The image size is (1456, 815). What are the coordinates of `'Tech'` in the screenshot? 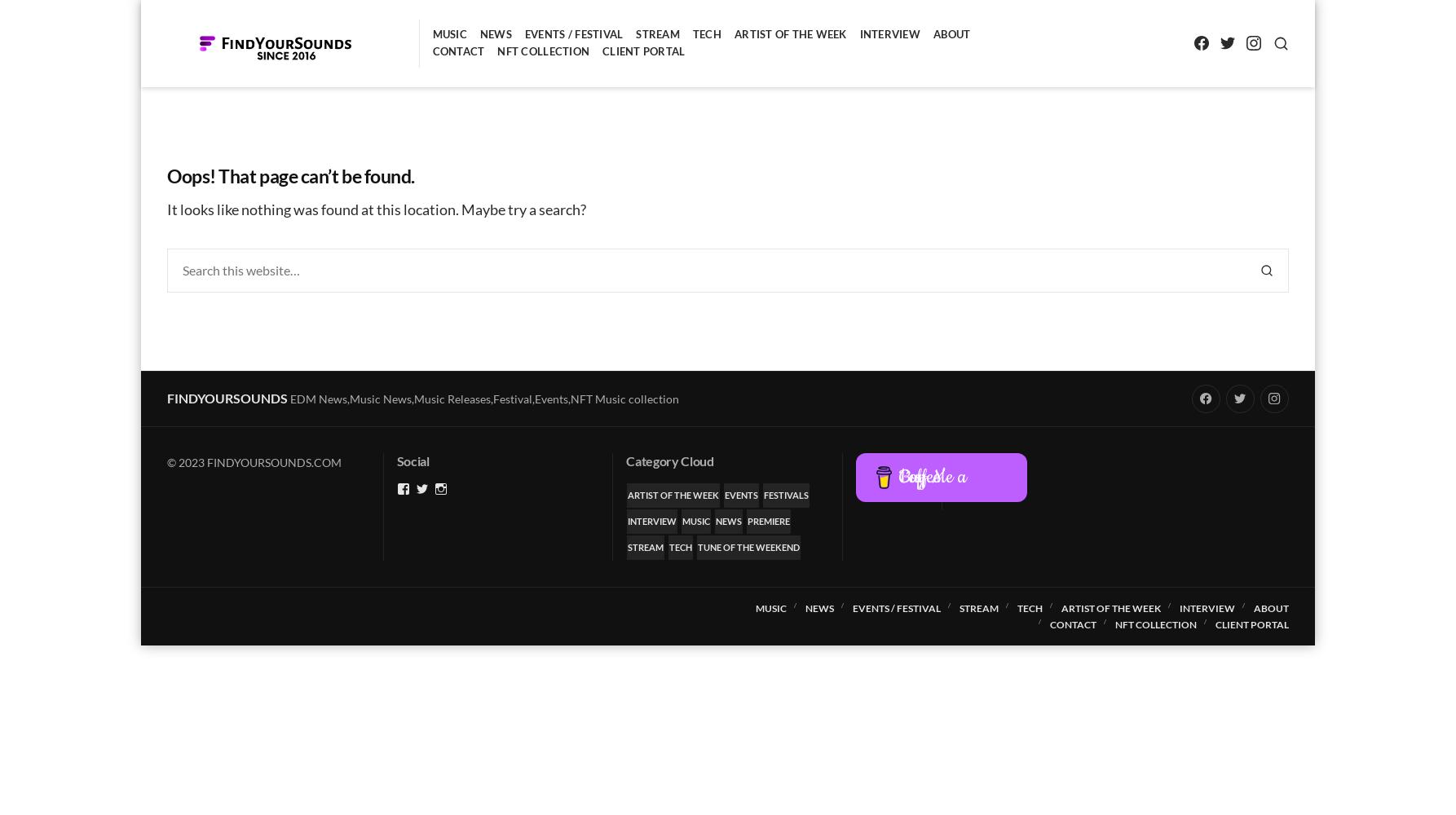 It's located at (668, 546).